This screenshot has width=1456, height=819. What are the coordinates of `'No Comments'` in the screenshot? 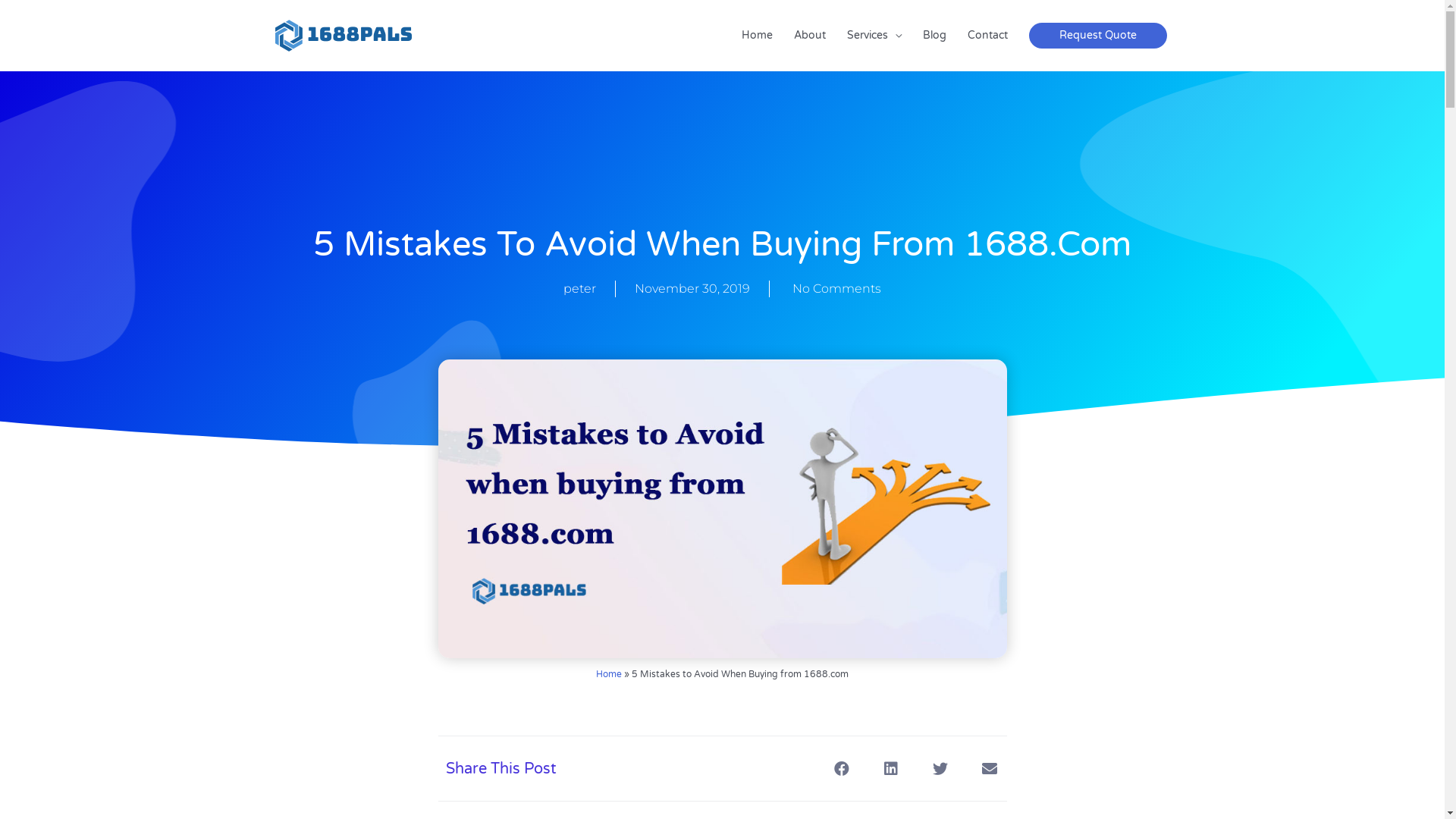 It's located at (833, 289).